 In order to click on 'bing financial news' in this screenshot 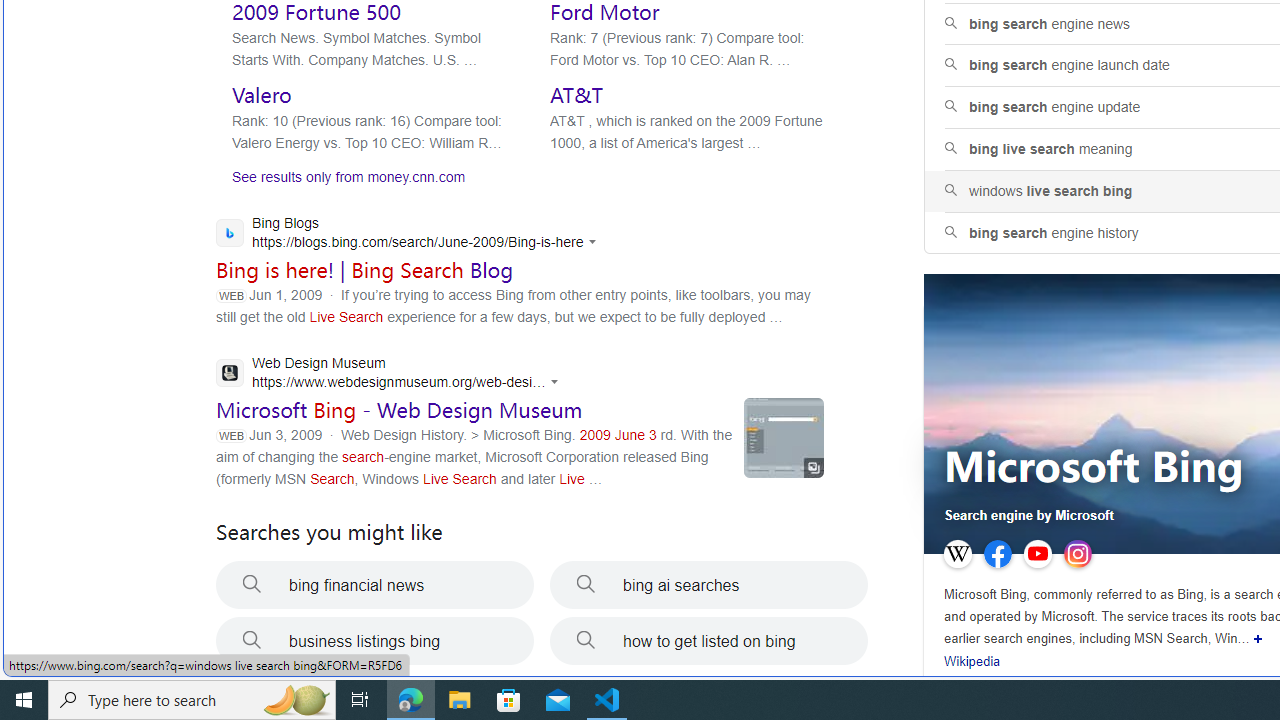, I will do `click(375, 585)`.